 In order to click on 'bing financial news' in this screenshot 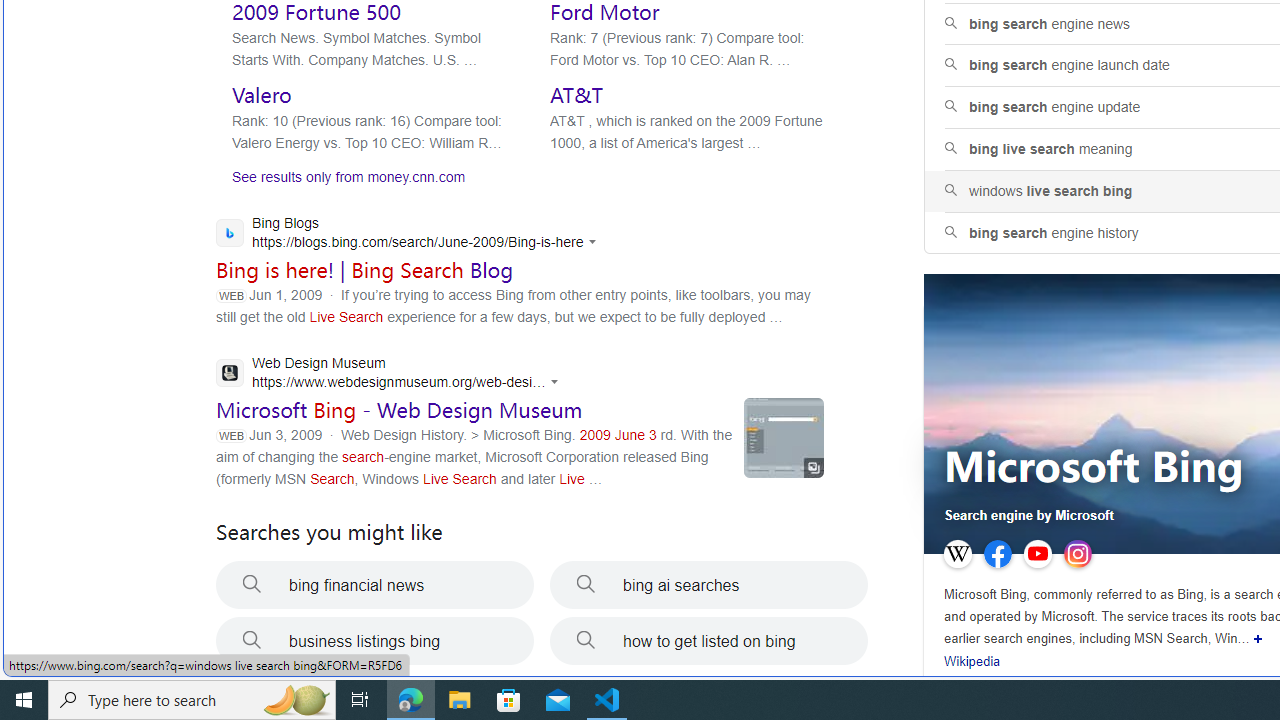, I will do `click(375, 585)`.